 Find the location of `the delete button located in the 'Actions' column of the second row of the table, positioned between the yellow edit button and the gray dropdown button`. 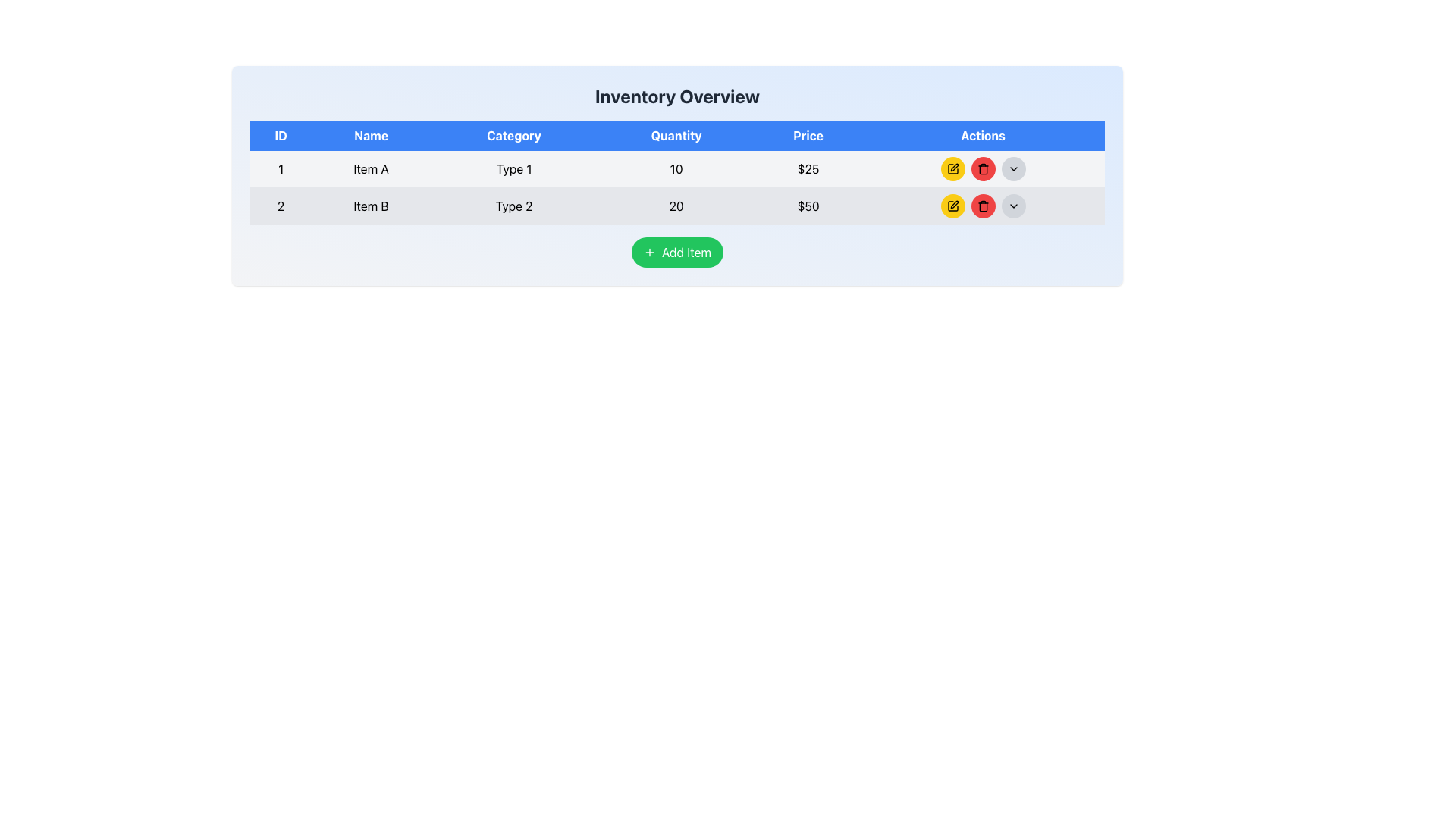

the delete button located in the 'Actions' column of the second row of the table, positioned between the yellow edit button and the gray dropdown button is located at coordinates (983, 169).